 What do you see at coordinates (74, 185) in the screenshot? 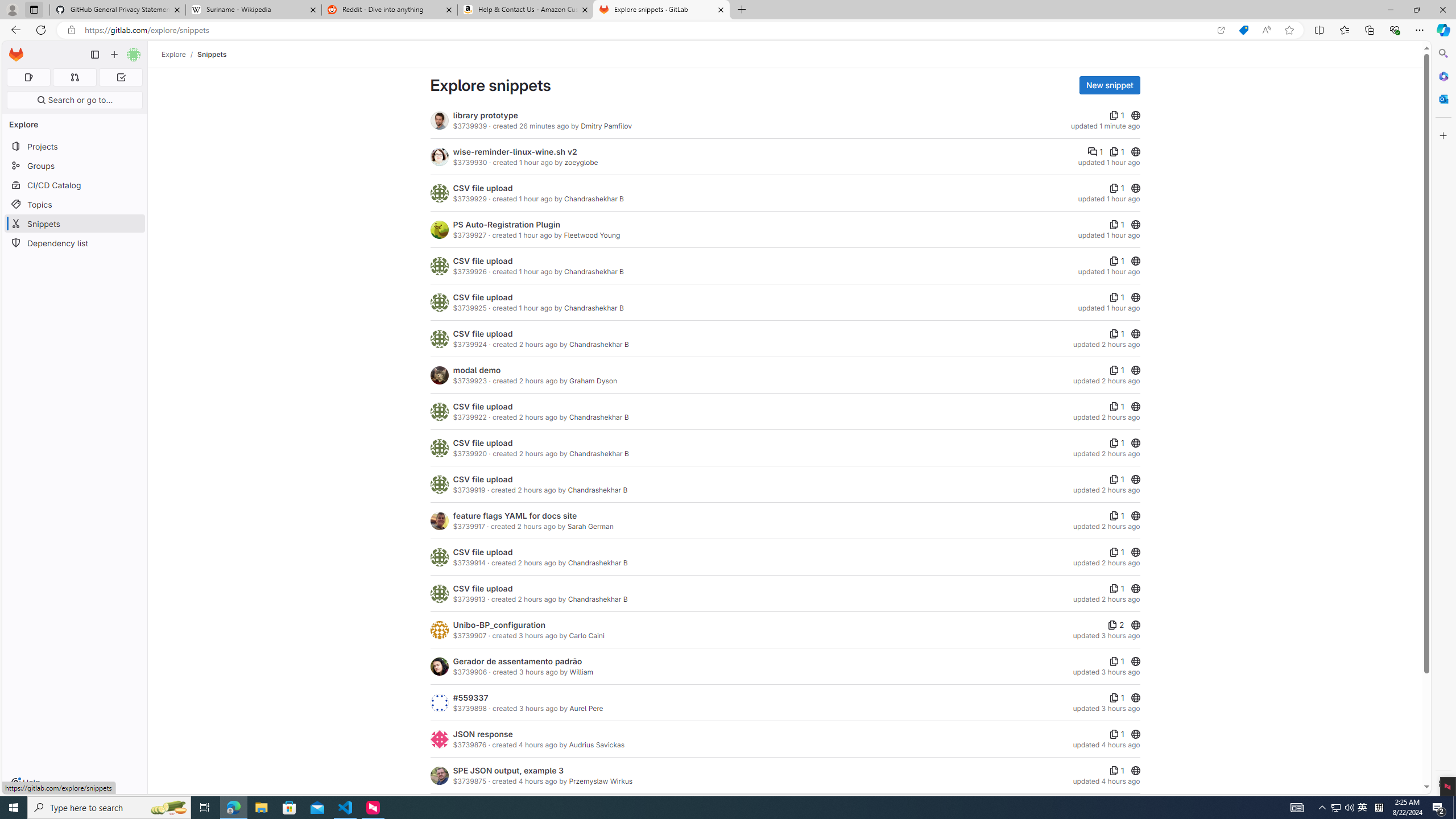
I see `'CI/CD Catalog'` at bounding box center [74, 185].